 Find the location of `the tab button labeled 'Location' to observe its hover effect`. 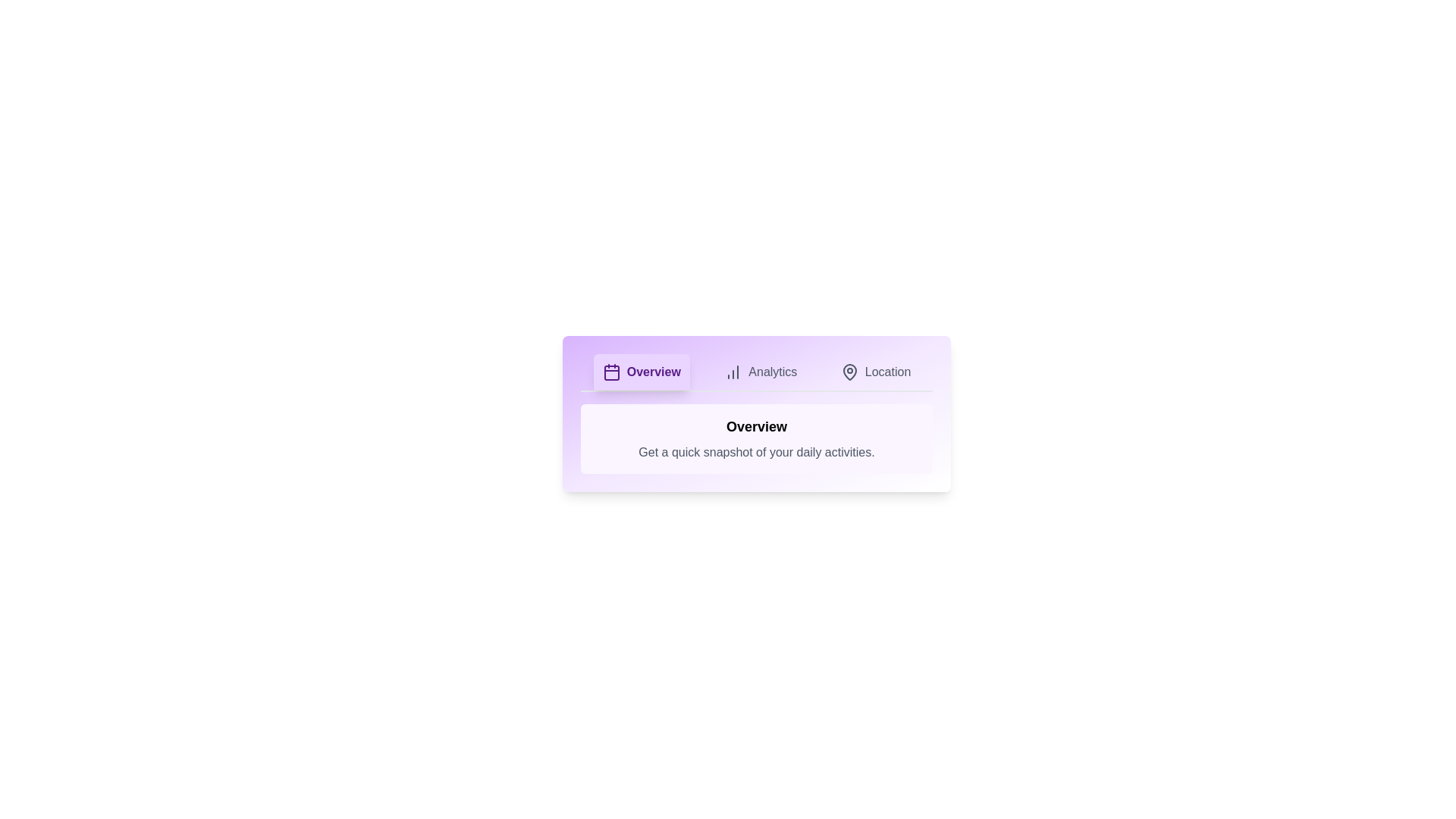

the tab button labeled 'Location' to observe its hover effect is located at coordinates (876, 372).